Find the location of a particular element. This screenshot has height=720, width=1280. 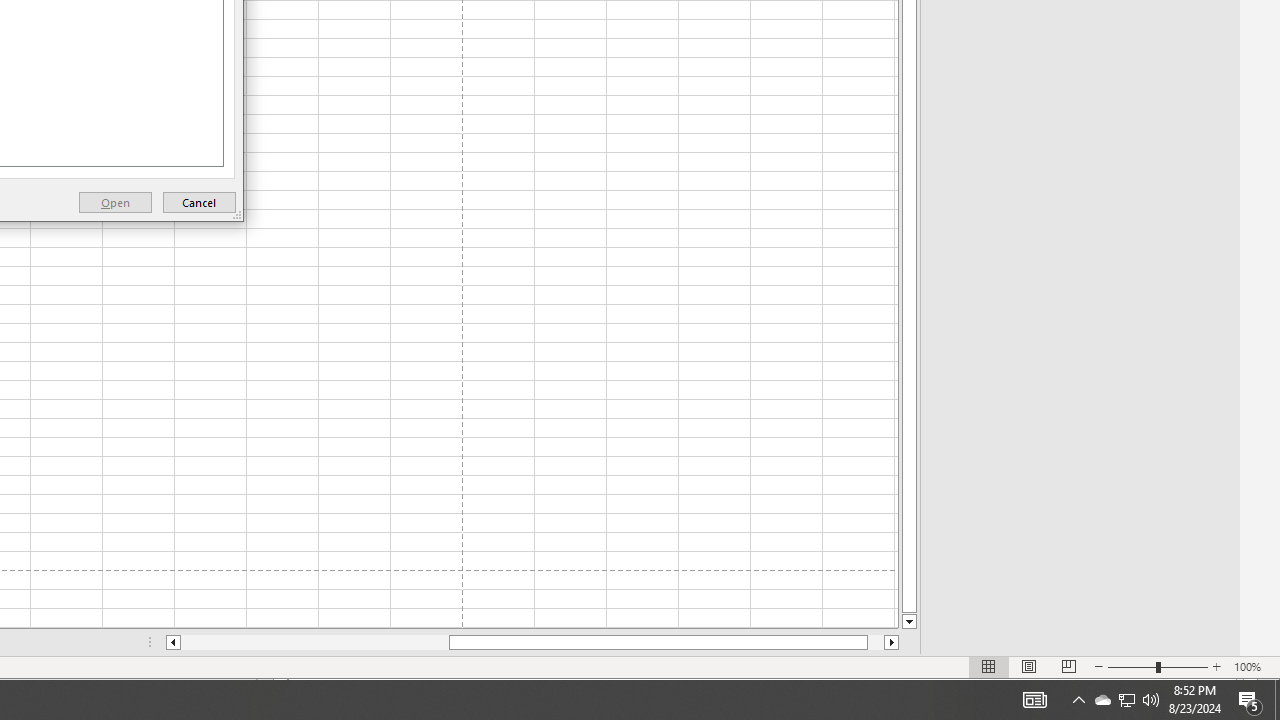

'Cancel' is located at coordinates (199, 202).